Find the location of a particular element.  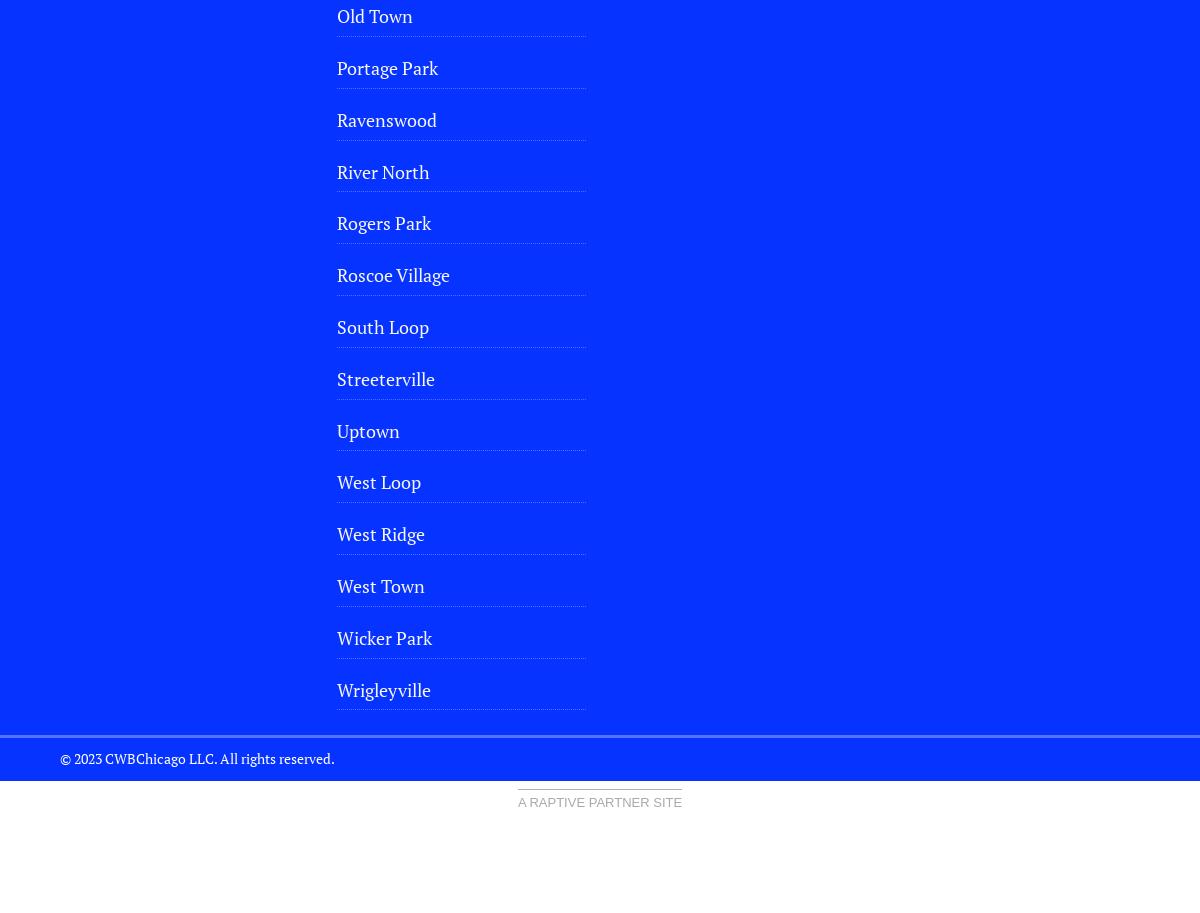

'Wicker Park' is located at coordinates (336, 636).